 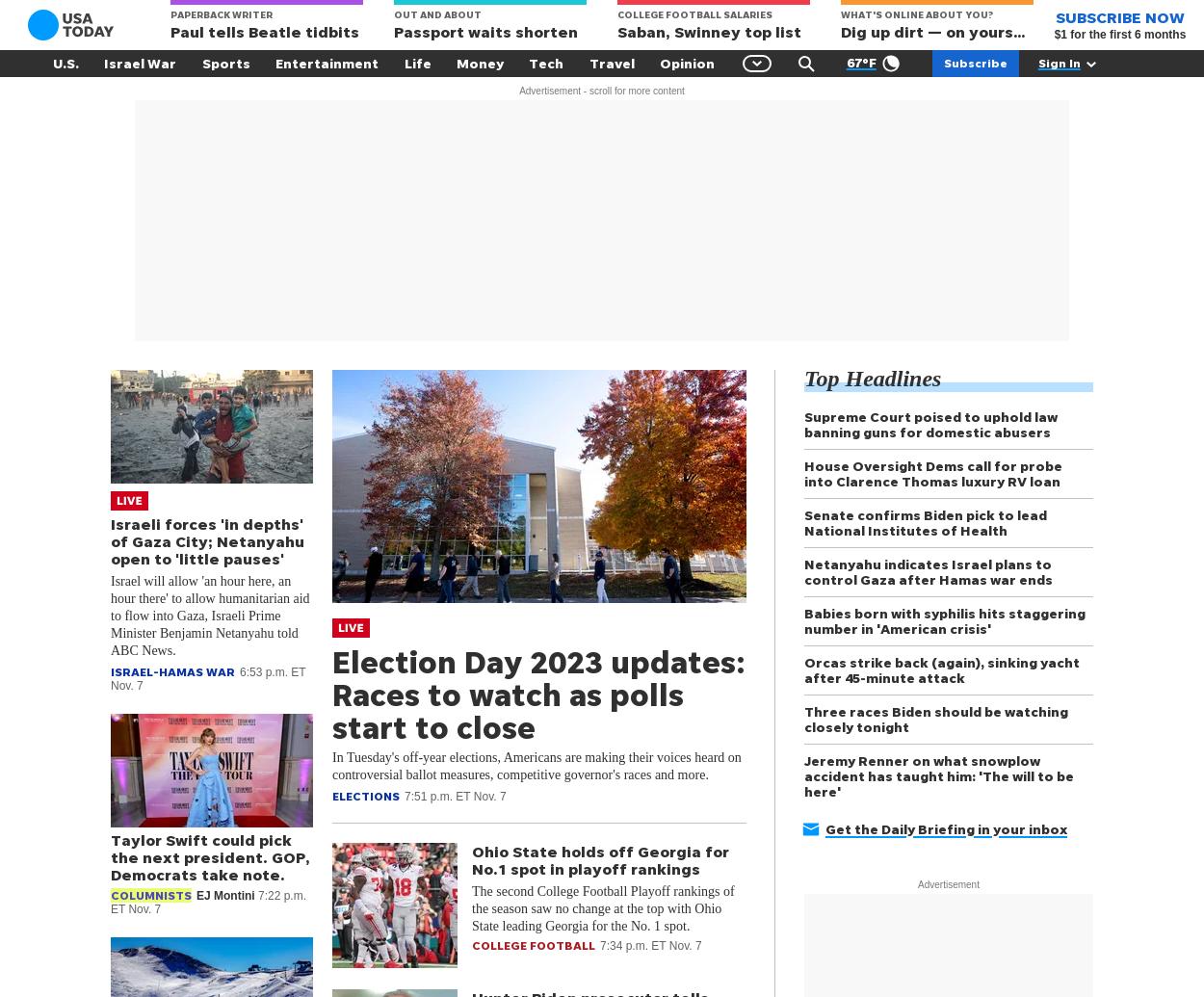 What do you see at coordinates (617, 32) in the screenshot?
I see `'Saban, Swinney top list'` at bounding box center [617, 32].